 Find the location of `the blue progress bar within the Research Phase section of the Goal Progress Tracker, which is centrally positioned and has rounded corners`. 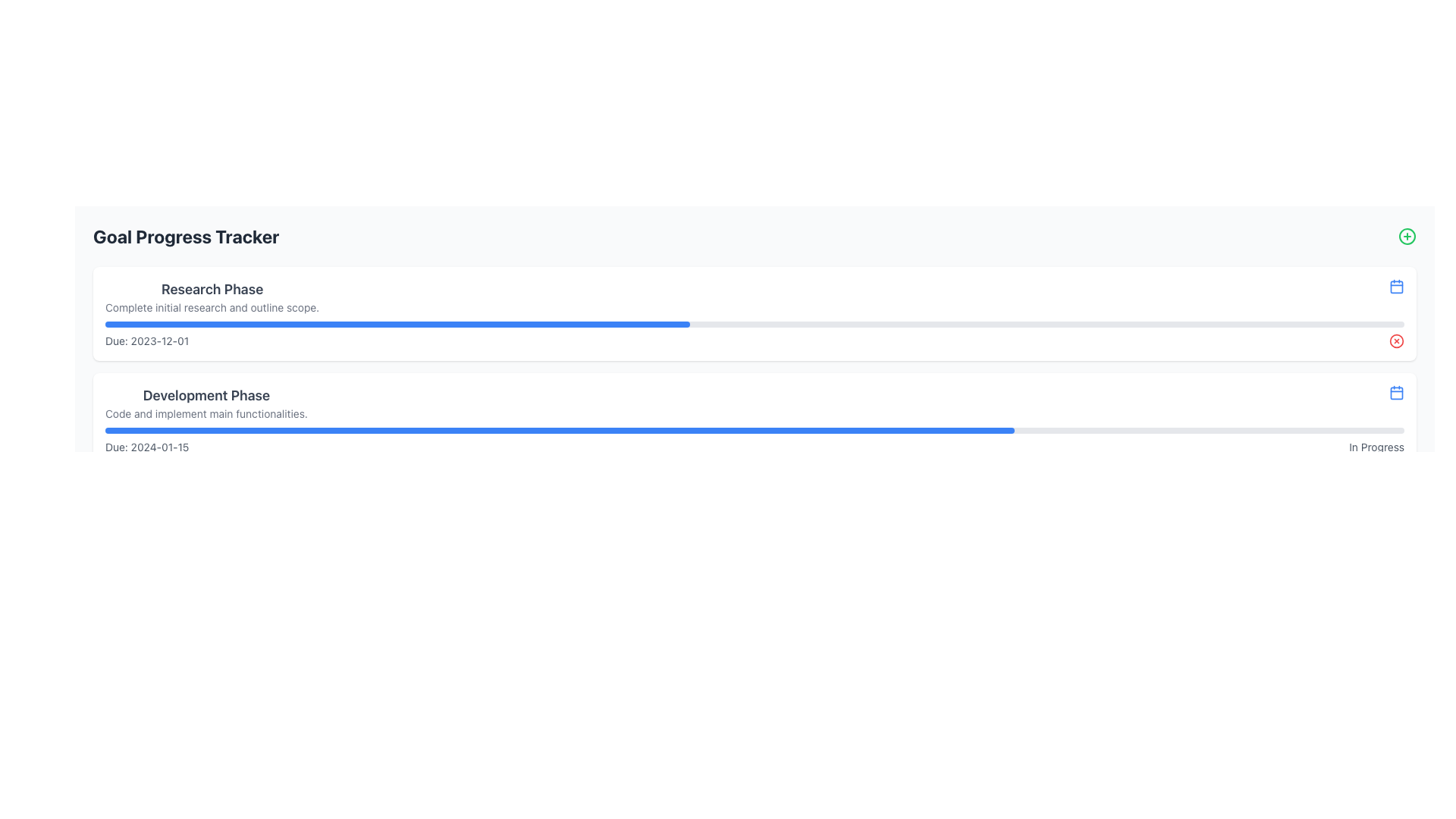

the blue progress bar within the Research Phase section of the Goal Progress Tracker, which is centrally positioned and has rounded corners is located at coordinates (397, 324).